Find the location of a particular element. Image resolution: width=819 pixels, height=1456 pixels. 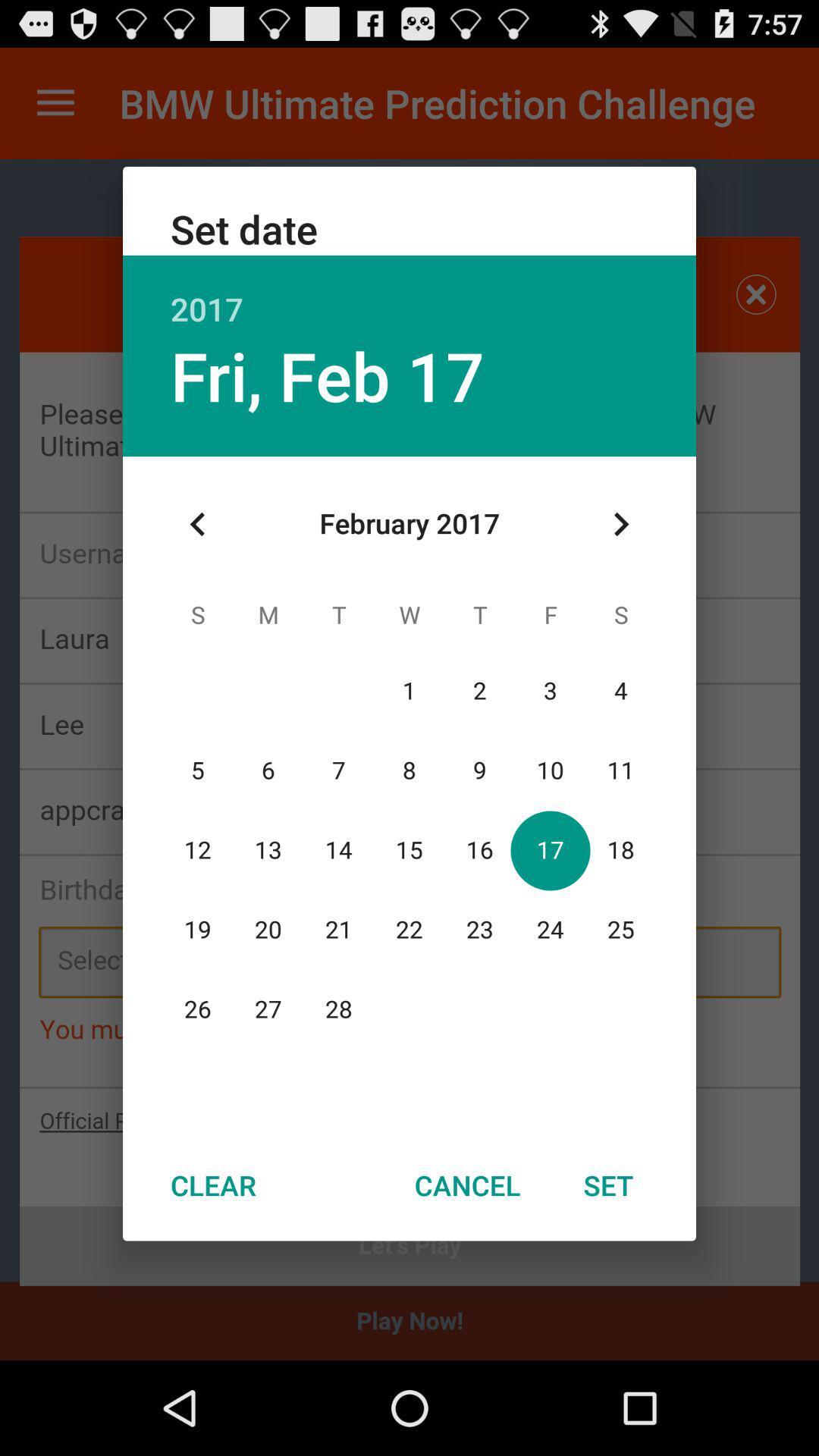

the 2017 item is located at coordinates (409, 293).